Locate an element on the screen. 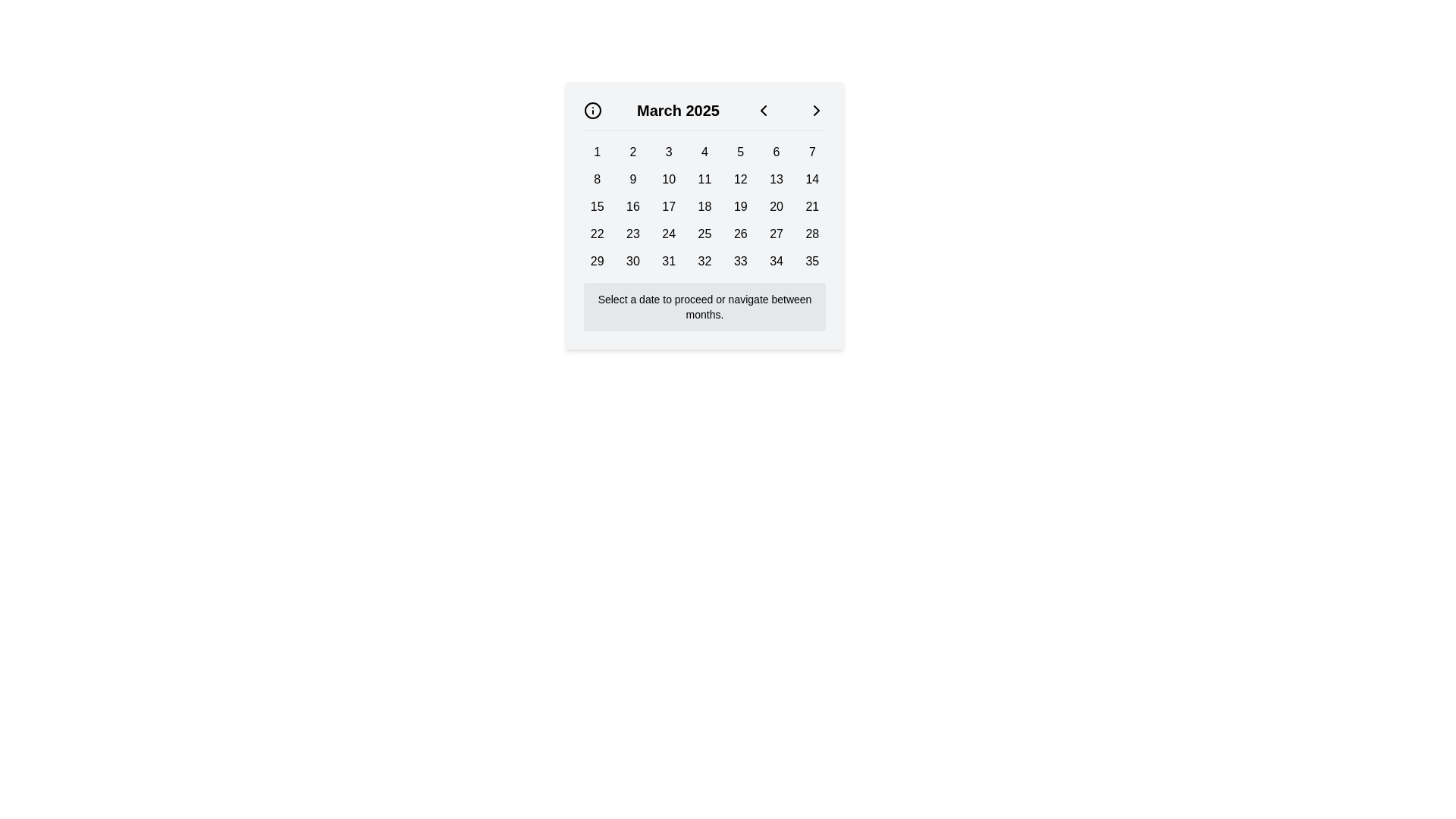 This screenshot has width=1456, height=819. the button displaying the number '19' in the calendar grid for March 2025 is located at coordinates (740, 207).